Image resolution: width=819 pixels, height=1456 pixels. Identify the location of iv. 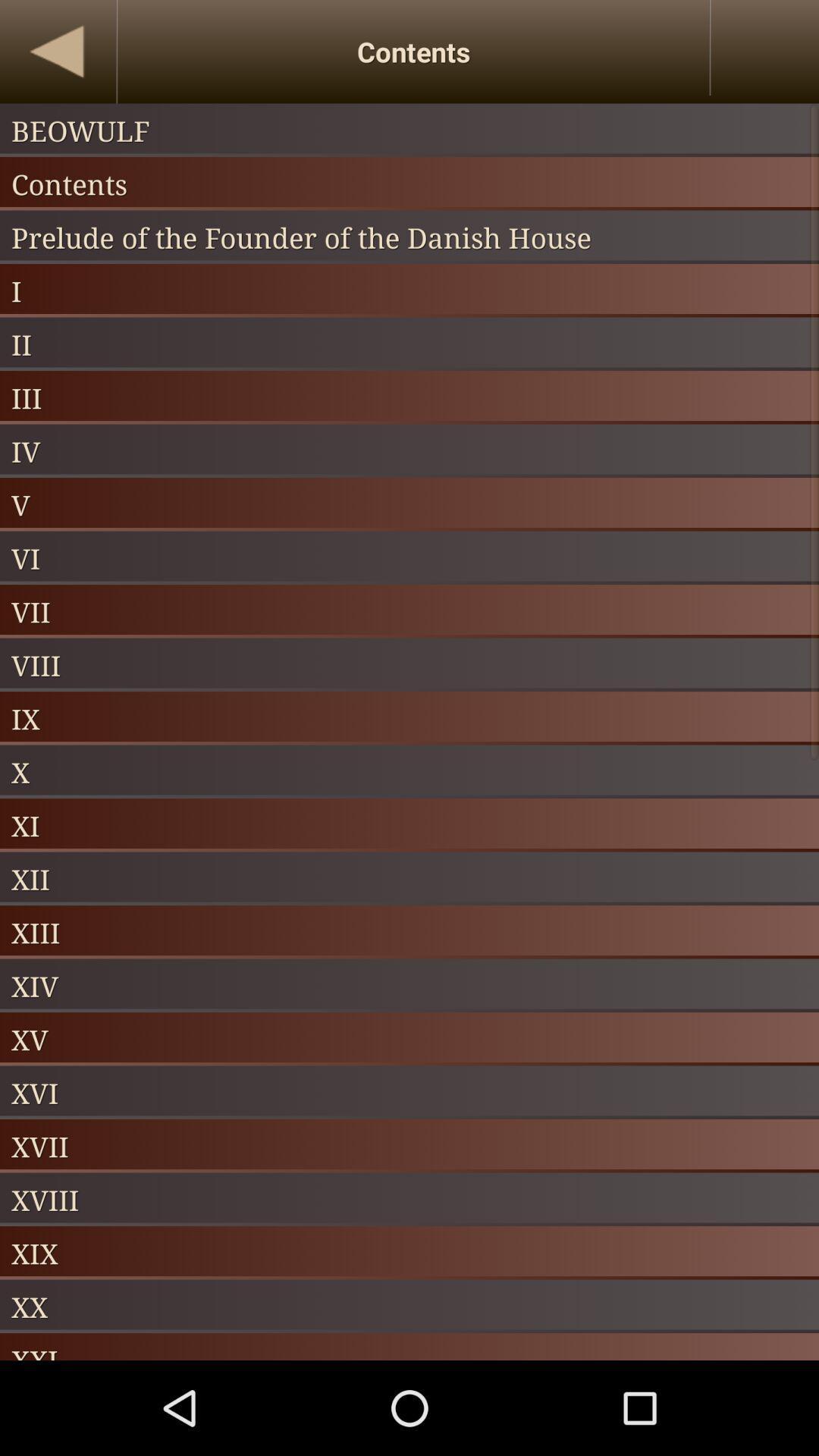
(409, 450).